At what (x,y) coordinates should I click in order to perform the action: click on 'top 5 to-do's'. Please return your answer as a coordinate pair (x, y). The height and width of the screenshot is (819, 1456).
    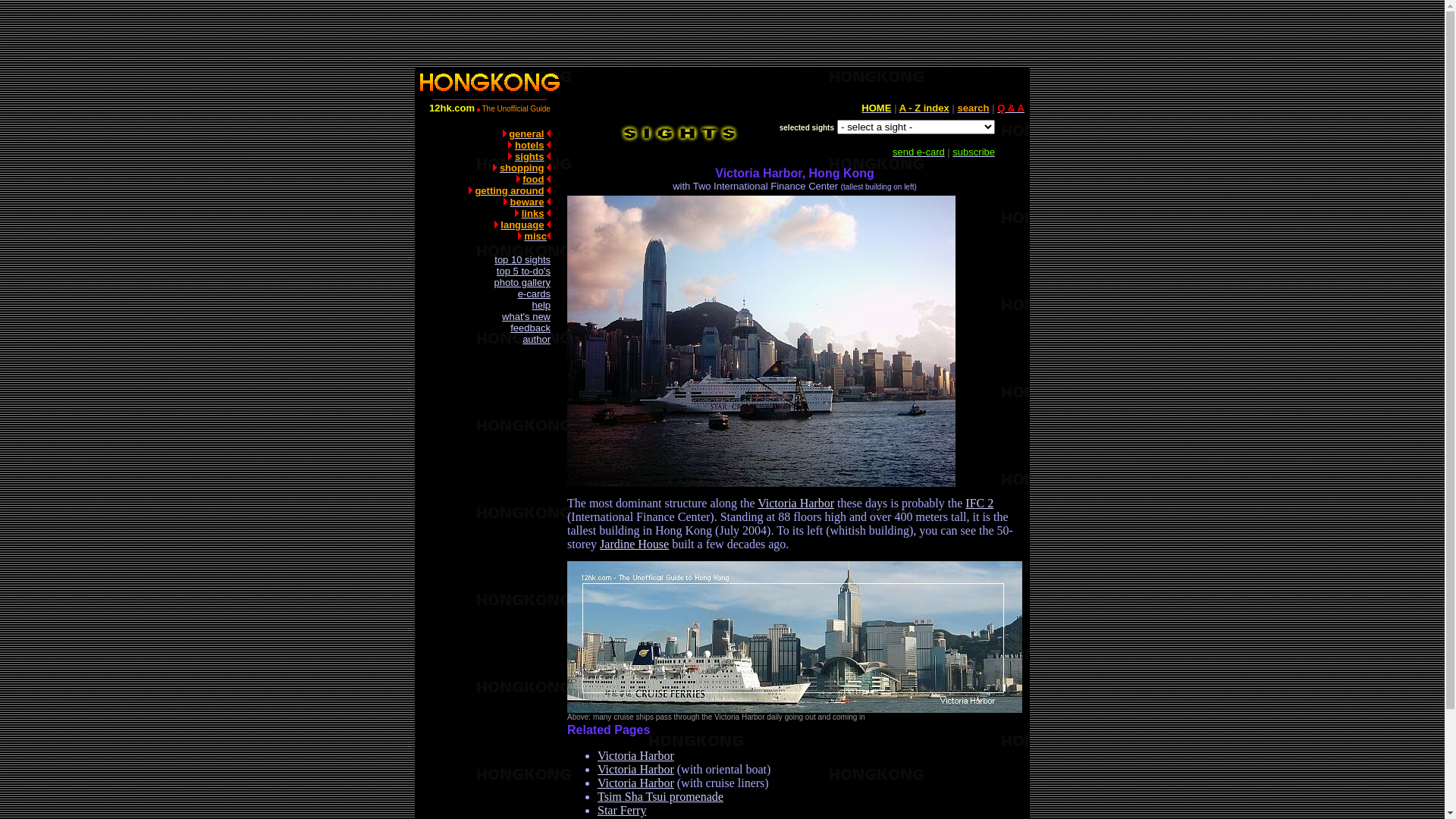
    Looking at the image, I should click on (523, 270).